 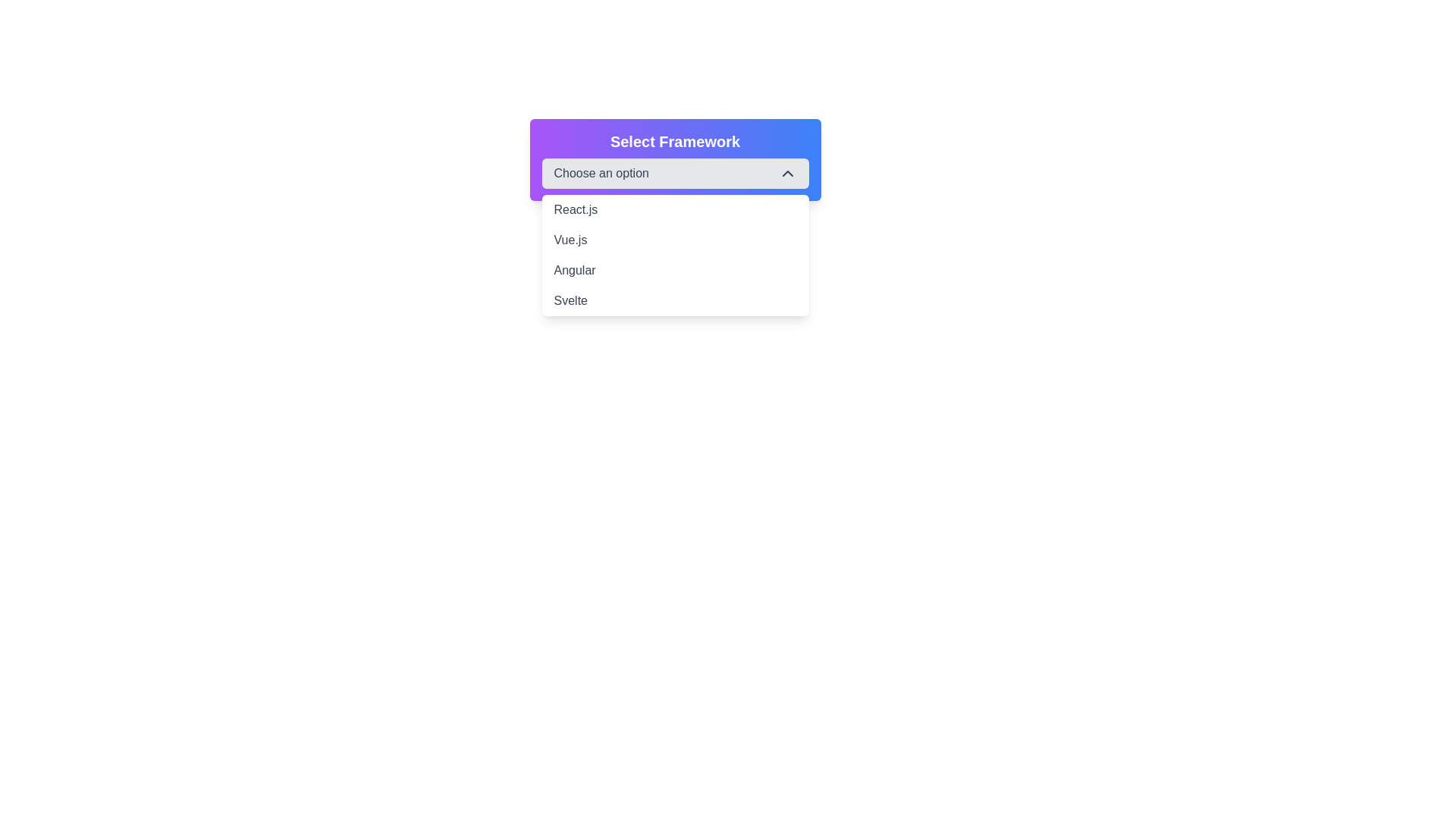 What do you see at coordinates (574, 270) in the screenshot?
I see `the 'Angular' option in the 'Select Framework' dropdown menu` at bounding box center [574, 270].